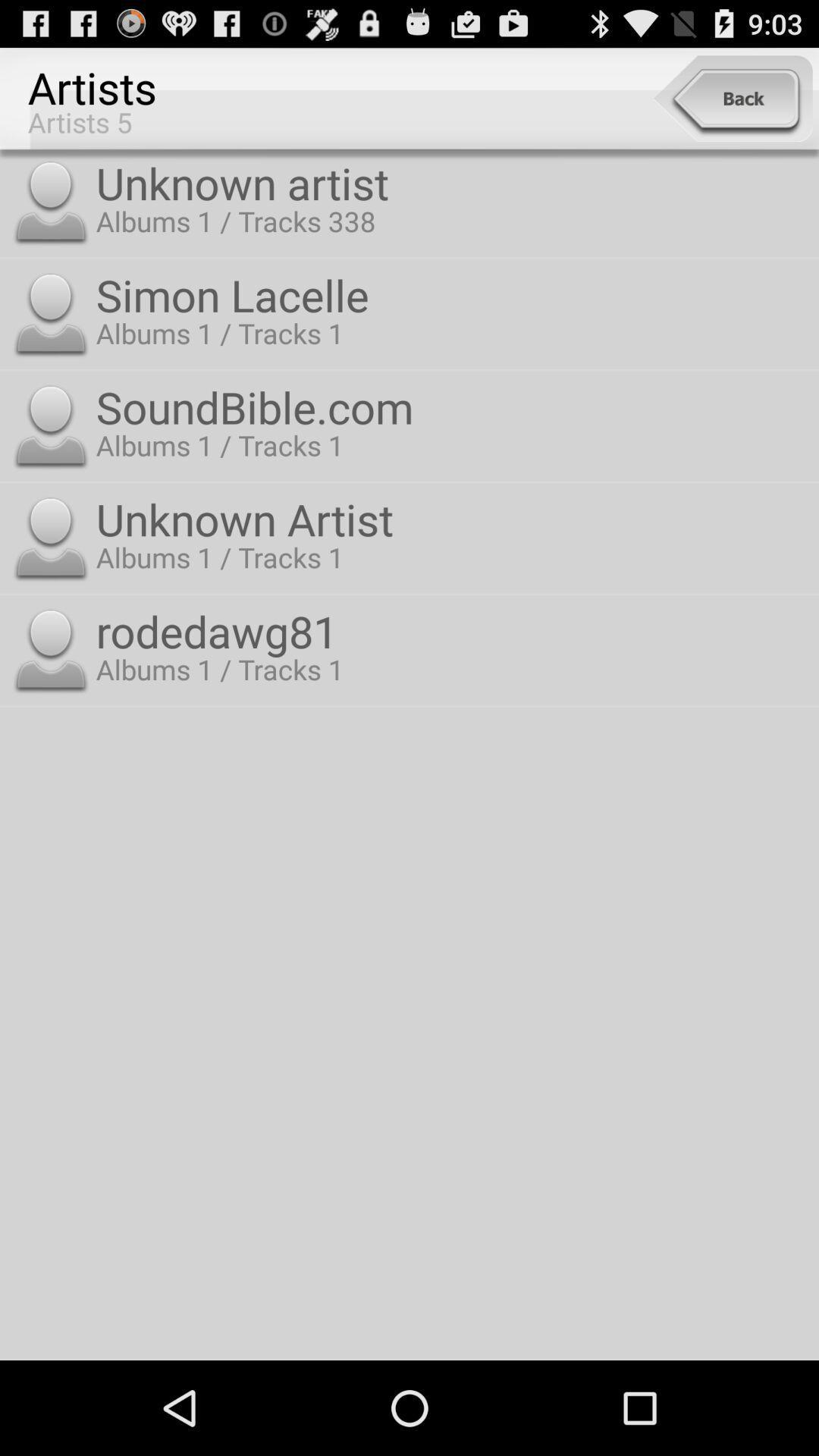 This screenshot has width=819, height=1456. What do you see at coordinates (453, 631) in the screenshot?
I see `the rodedawg81 icon` at bounding box center [453, 631].